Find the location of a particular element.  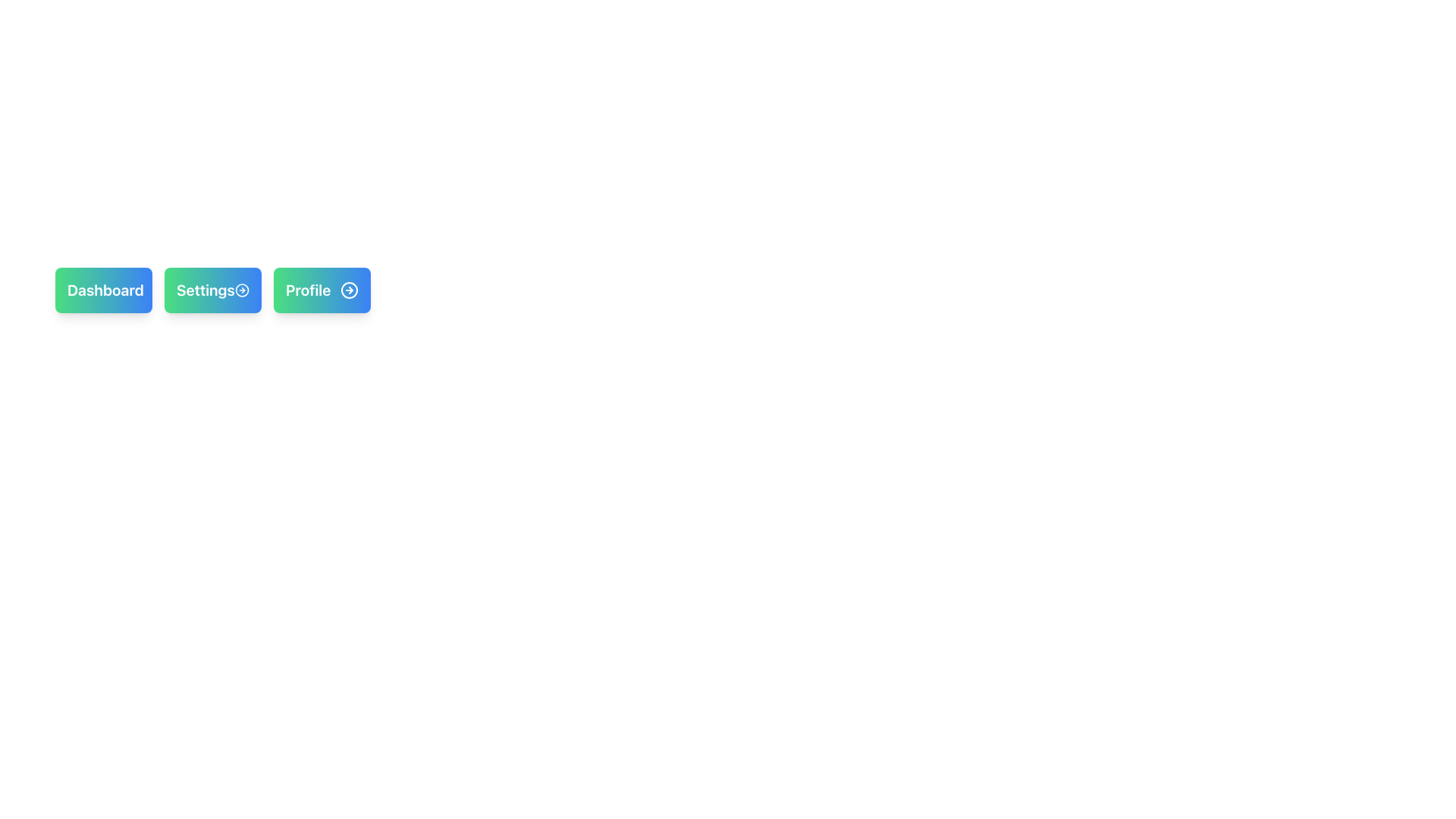

the outermost circular SVG element of the arrow icon within the 'Profile' button, which is the rightmost among three buttons is located at coordinates (348, 290).